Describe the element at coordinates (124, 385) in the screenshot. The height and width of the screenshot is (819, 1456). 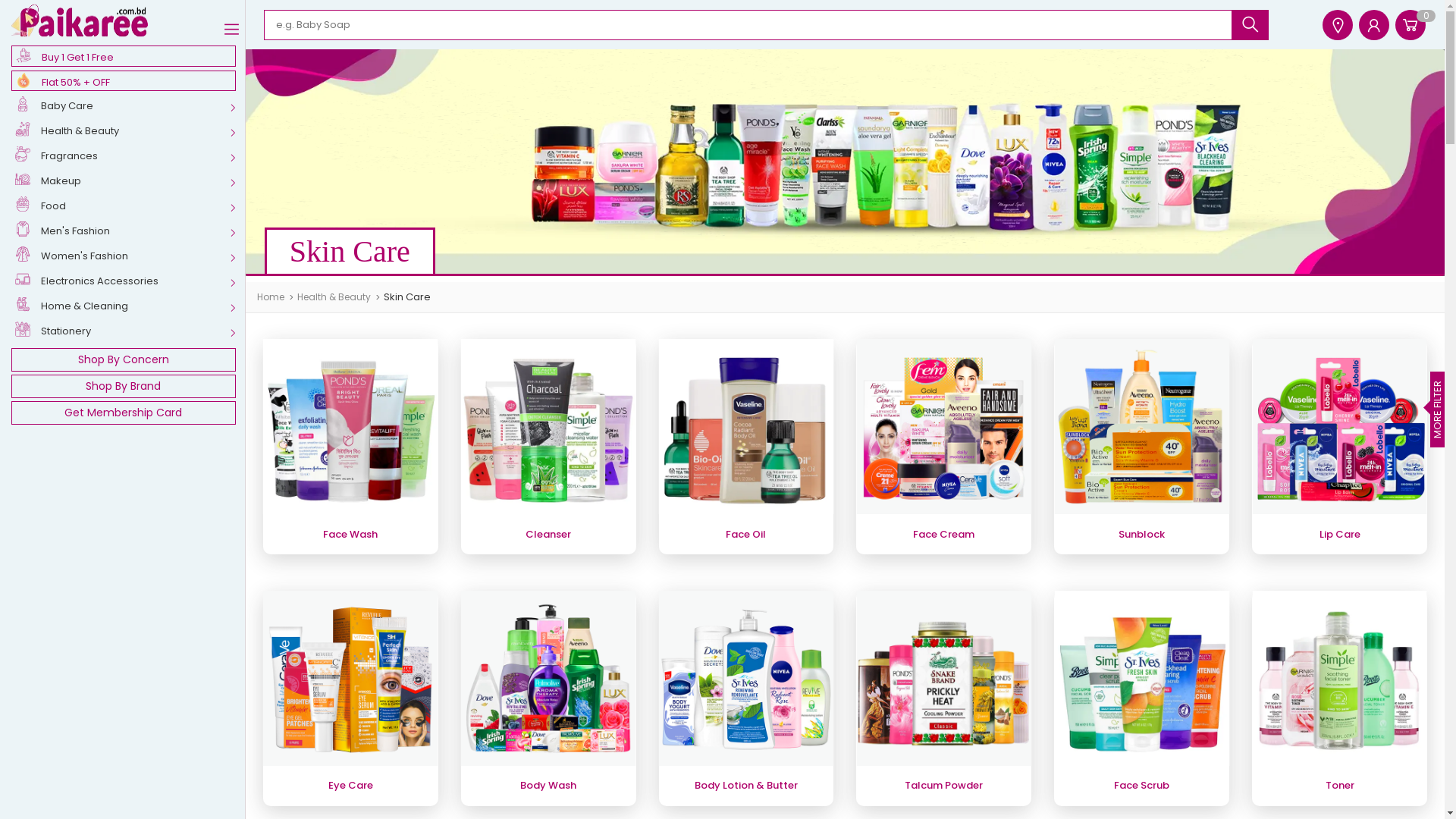
I see `'Shop By Brand'` at that location.